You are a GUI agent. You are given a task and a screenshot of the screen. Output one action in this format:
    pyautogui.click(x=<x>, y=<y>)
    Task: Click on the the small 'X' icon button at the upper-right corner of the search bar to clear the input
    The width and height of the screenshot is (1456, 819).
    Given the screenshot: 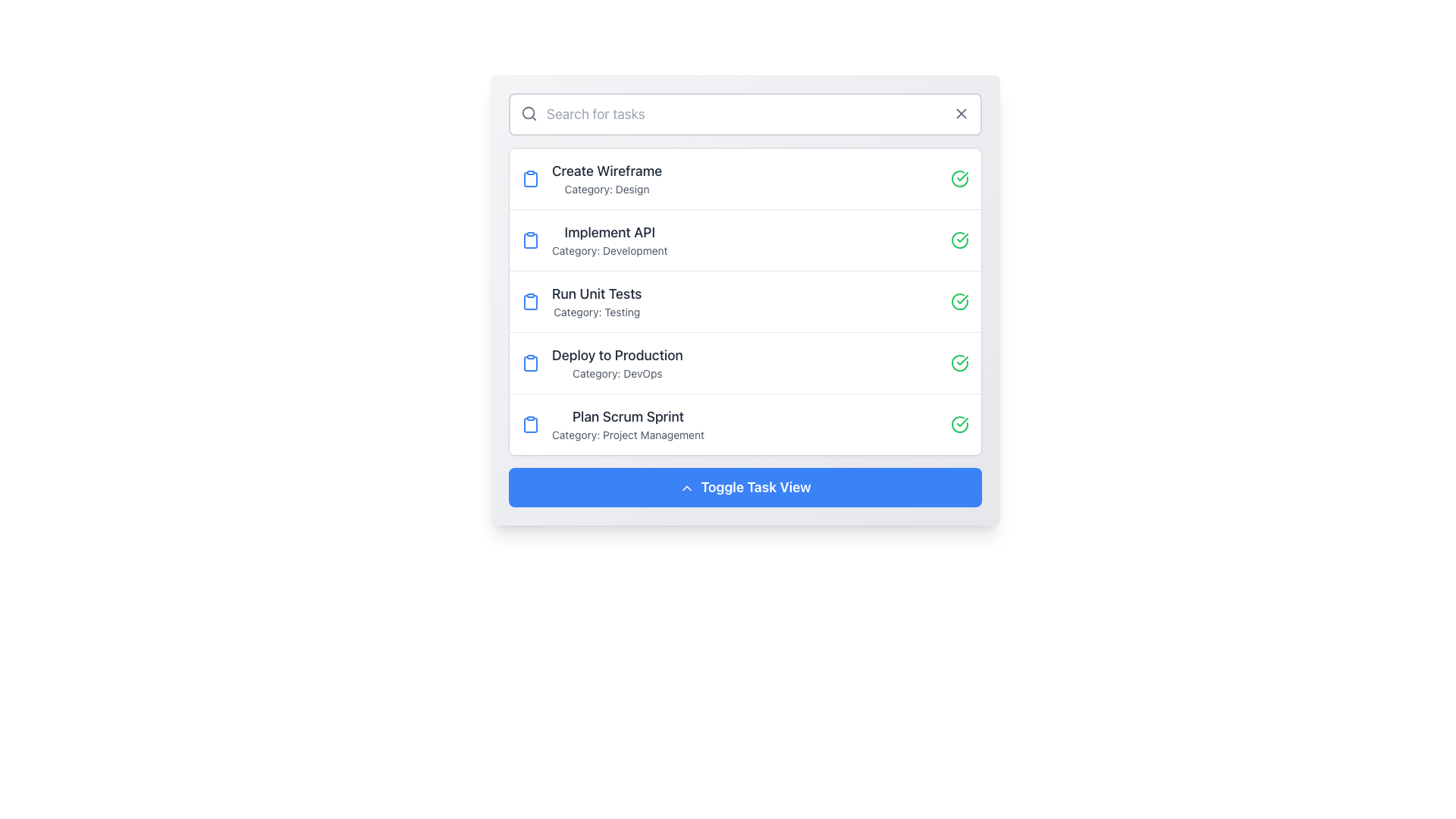 What is the action you would take?
    pyautogui.click(x=960, y=113)
    